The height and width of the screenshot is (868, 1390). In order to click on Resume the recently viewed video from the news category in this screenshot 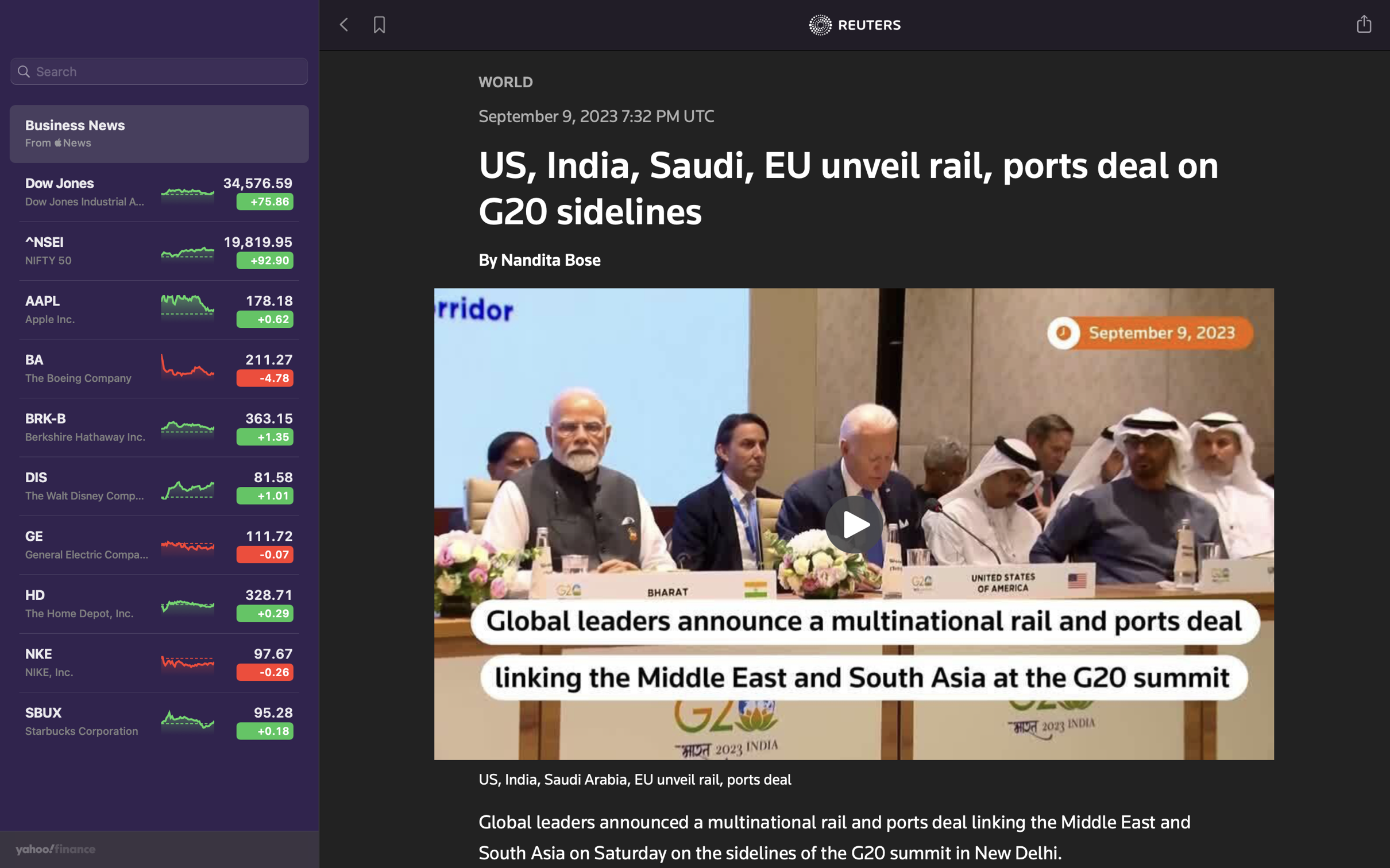, I will do `click(855, 522)`.